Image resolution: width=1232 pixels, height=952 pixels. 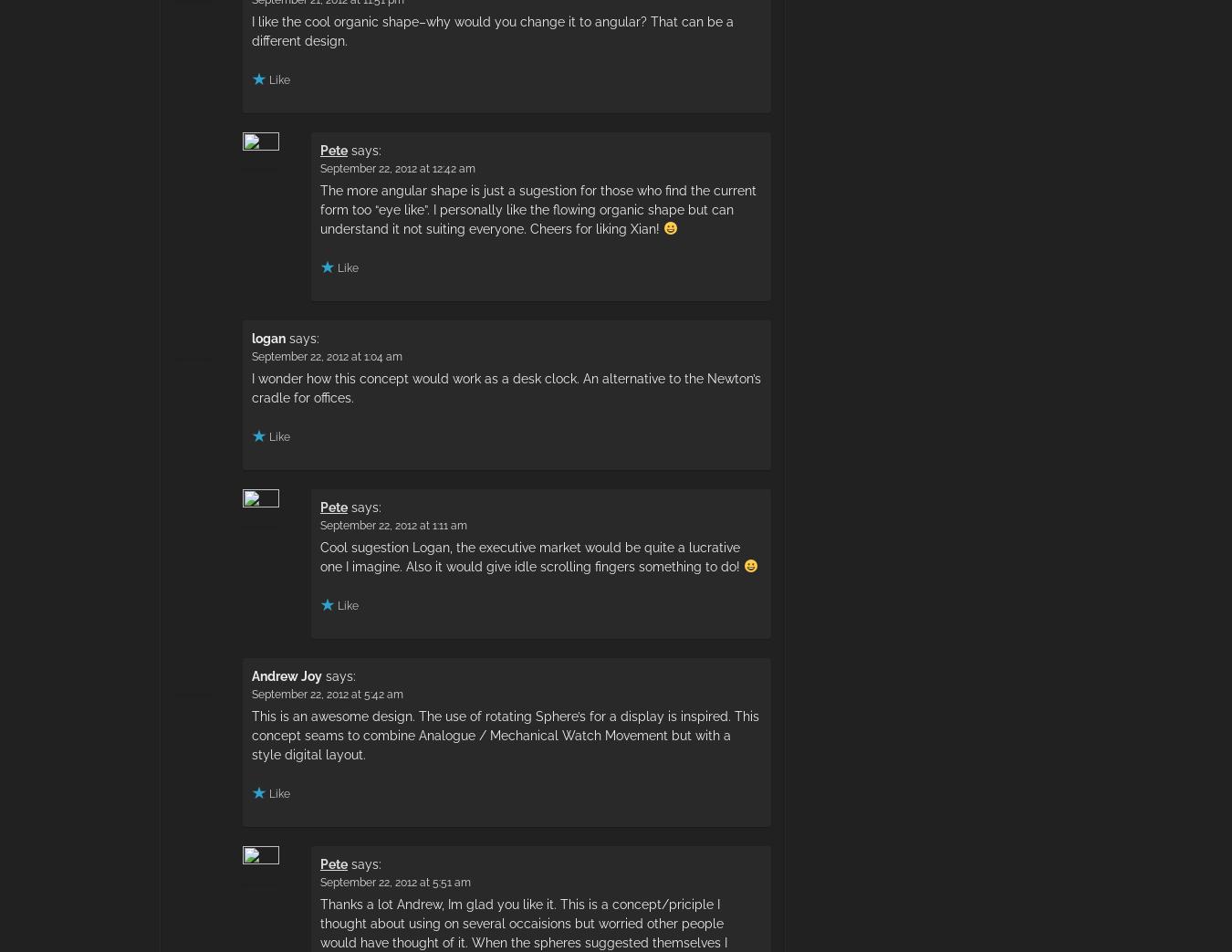 What do you see at coordinates (398, 166) in the screenshot?
I see `'September 22, 2012 at 12:42 am'` at bounding box center [398, 166].